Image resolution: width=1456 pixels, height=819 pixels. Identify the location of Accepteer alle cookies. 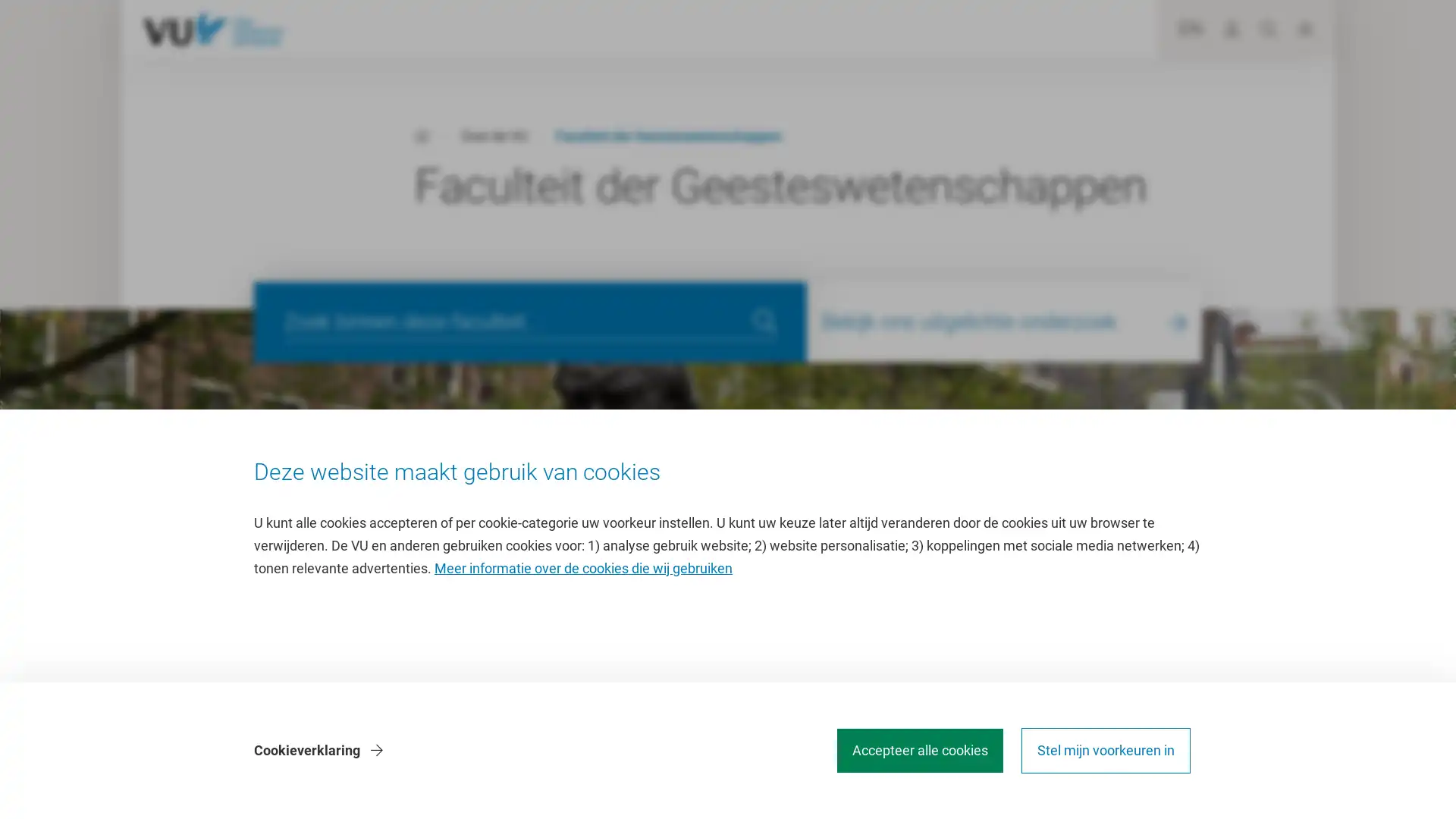
(919, 751).